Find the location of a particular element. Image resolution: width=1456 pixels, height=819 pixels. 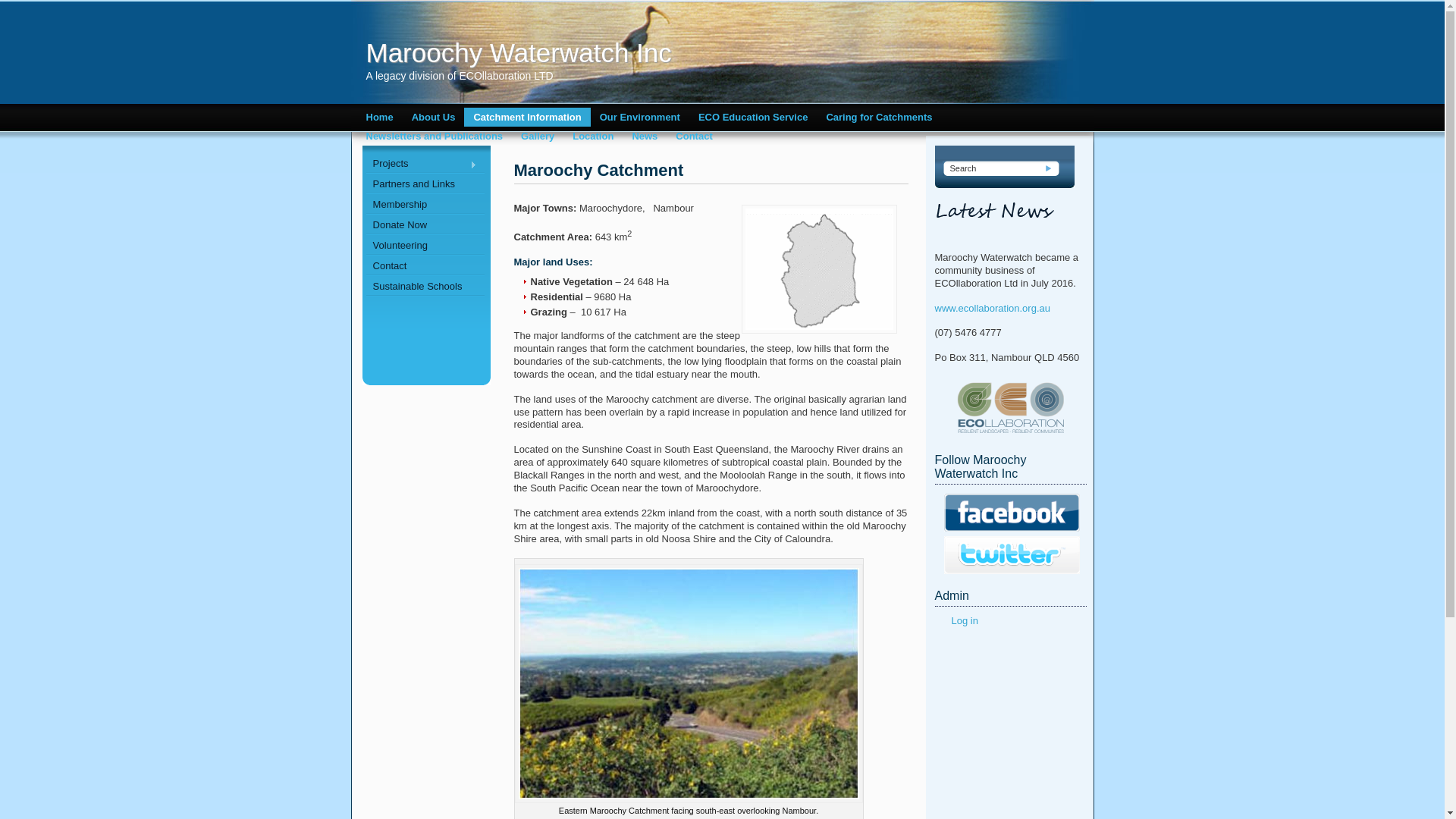

'Maroochy Catchment facing south-east overlooking Nambour' is located at coordinates (687, 683).